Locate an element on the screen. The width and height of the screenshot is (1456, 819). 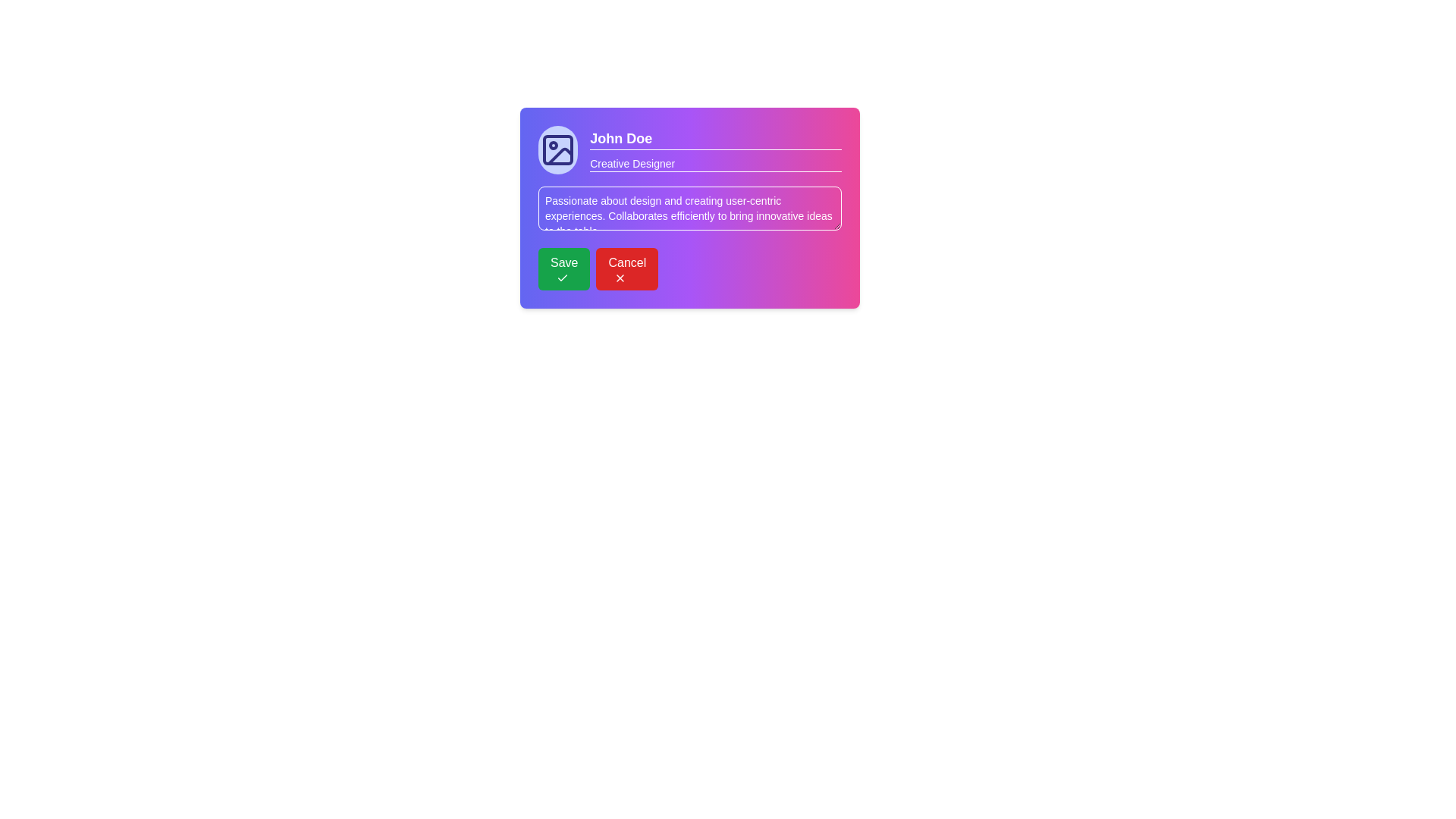
the button group containing 'Save' and 'Cancel' buttons is located at coordinates (689, 268).